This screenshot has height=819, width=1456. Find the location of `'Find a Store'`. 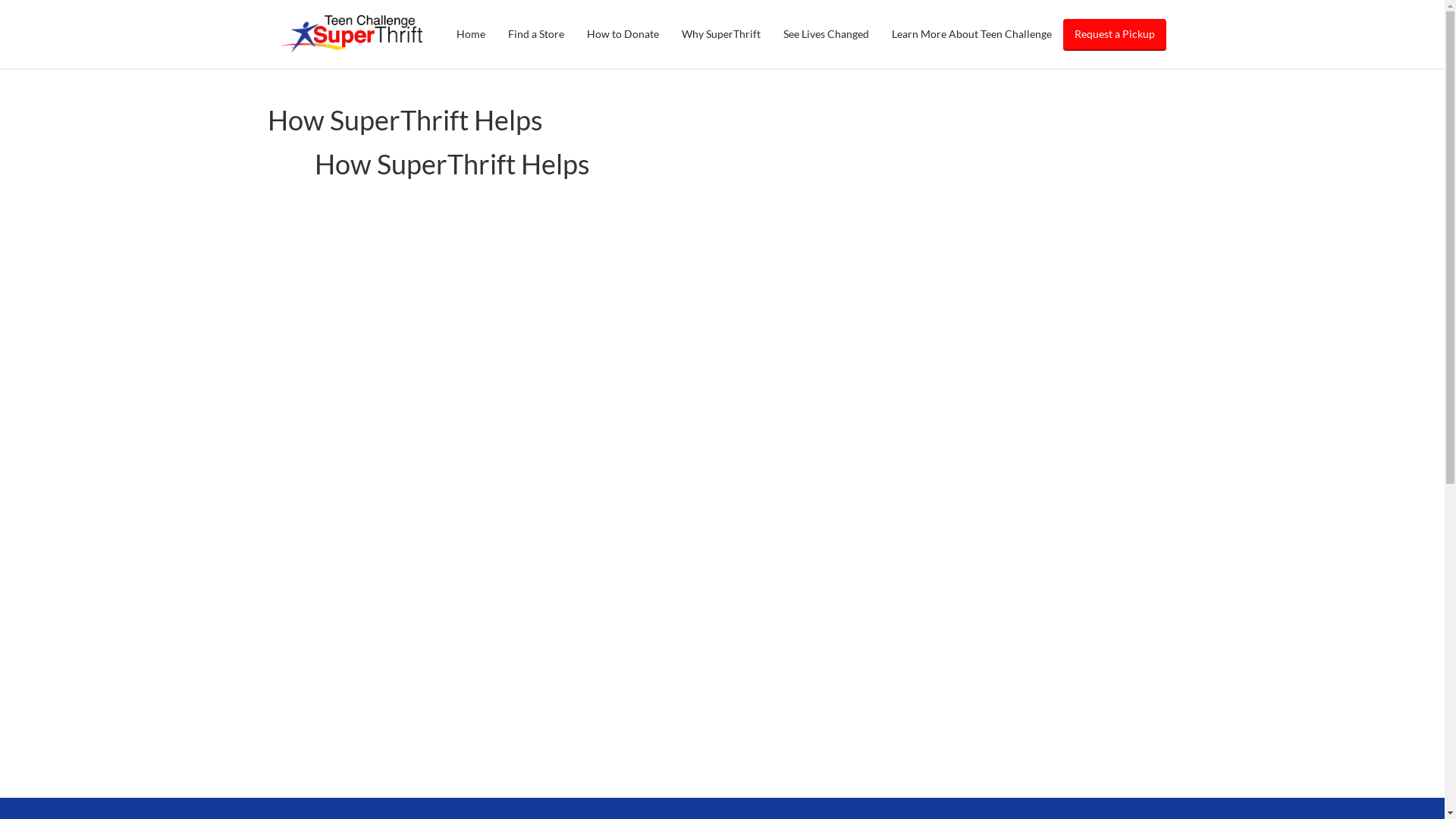

'Find a Store' is located at coordinates (495, 34).